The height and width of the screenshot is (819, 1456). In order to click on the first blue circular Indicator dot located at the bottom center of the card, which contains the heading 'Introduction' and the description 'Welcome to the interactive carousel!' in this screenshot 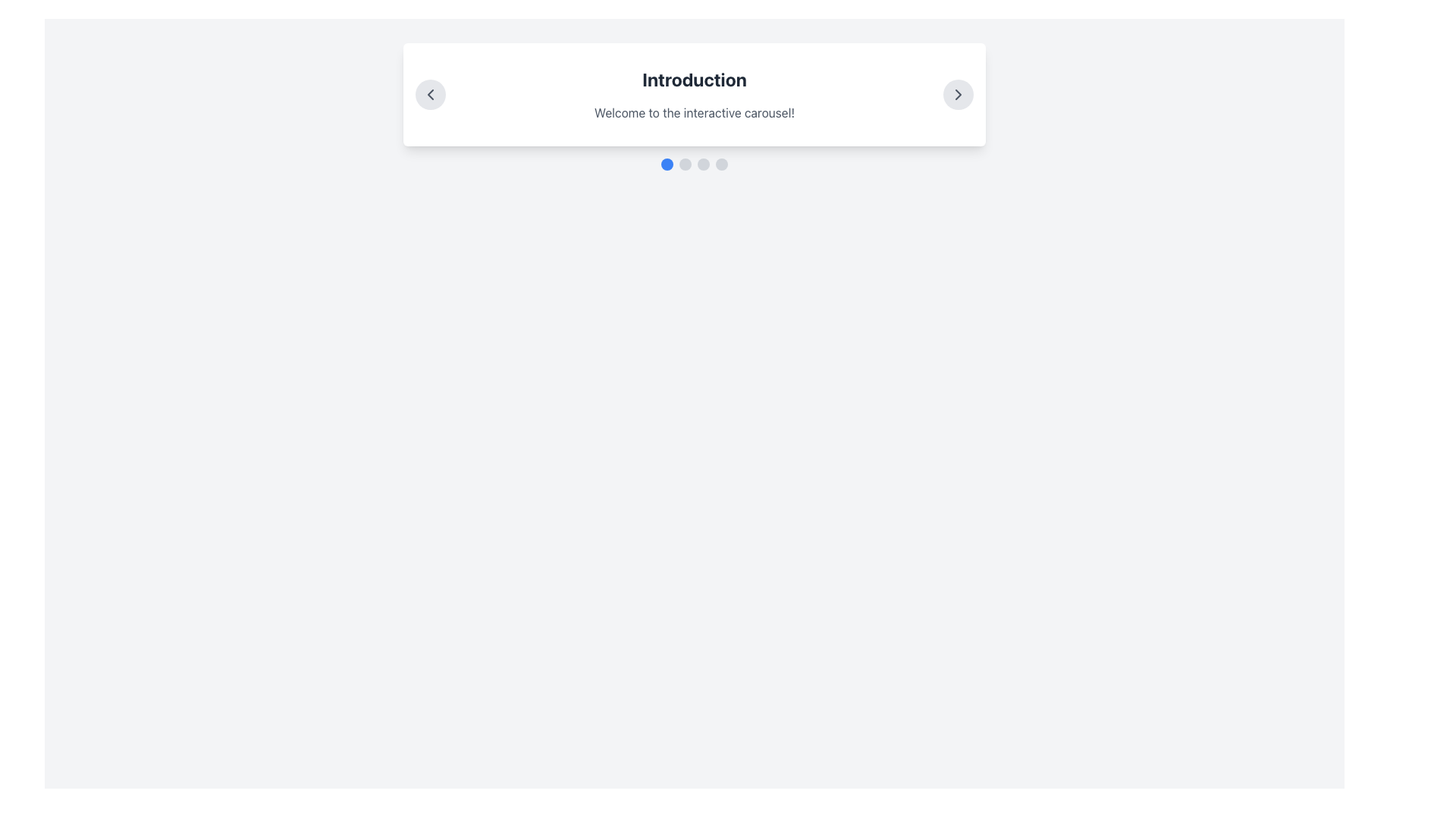, I will do `click(667, 164)`.